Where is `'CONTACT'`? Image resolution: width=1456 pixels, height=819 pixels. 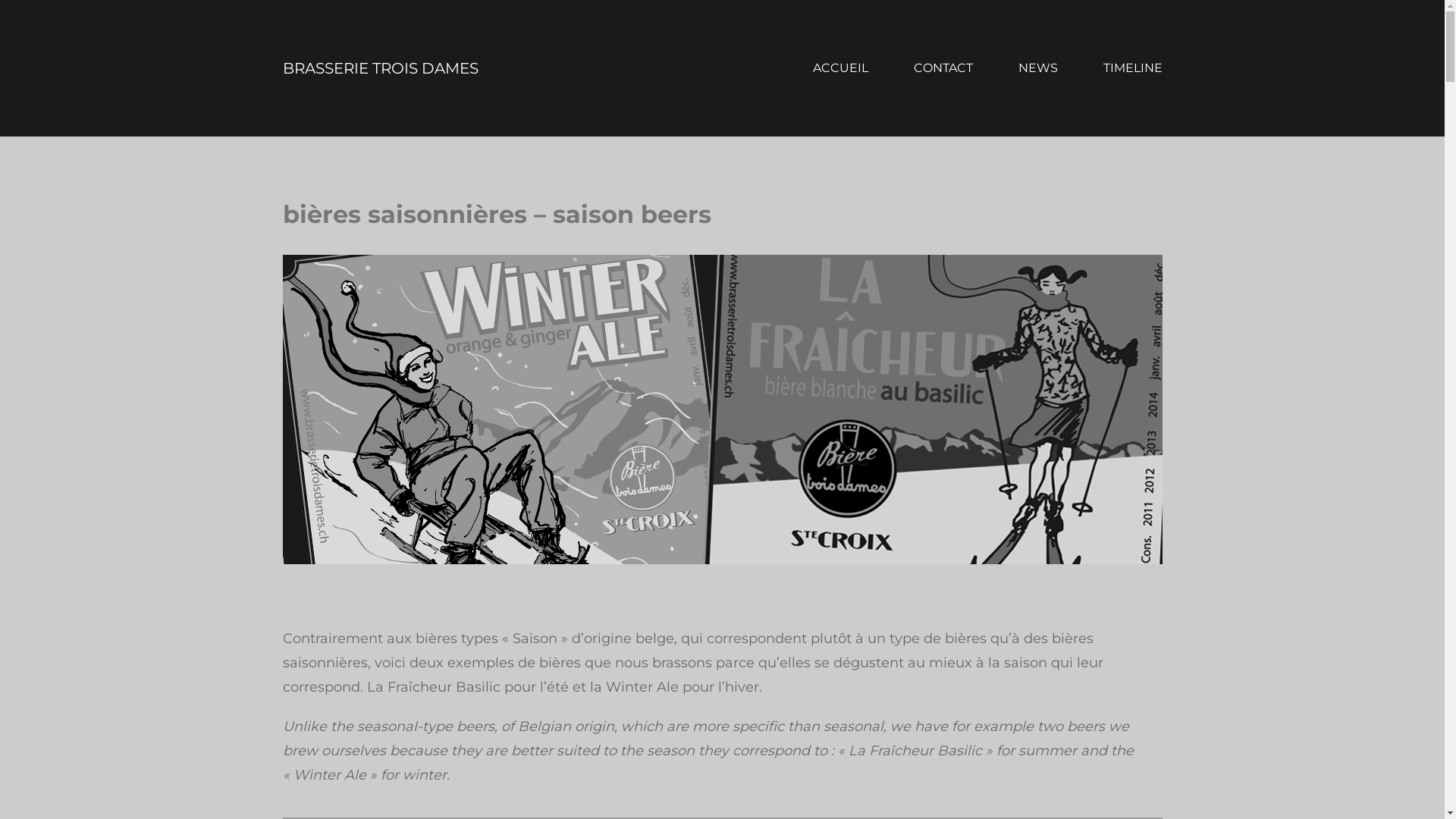
'CONTACT' is located at coordinates (942, 67).